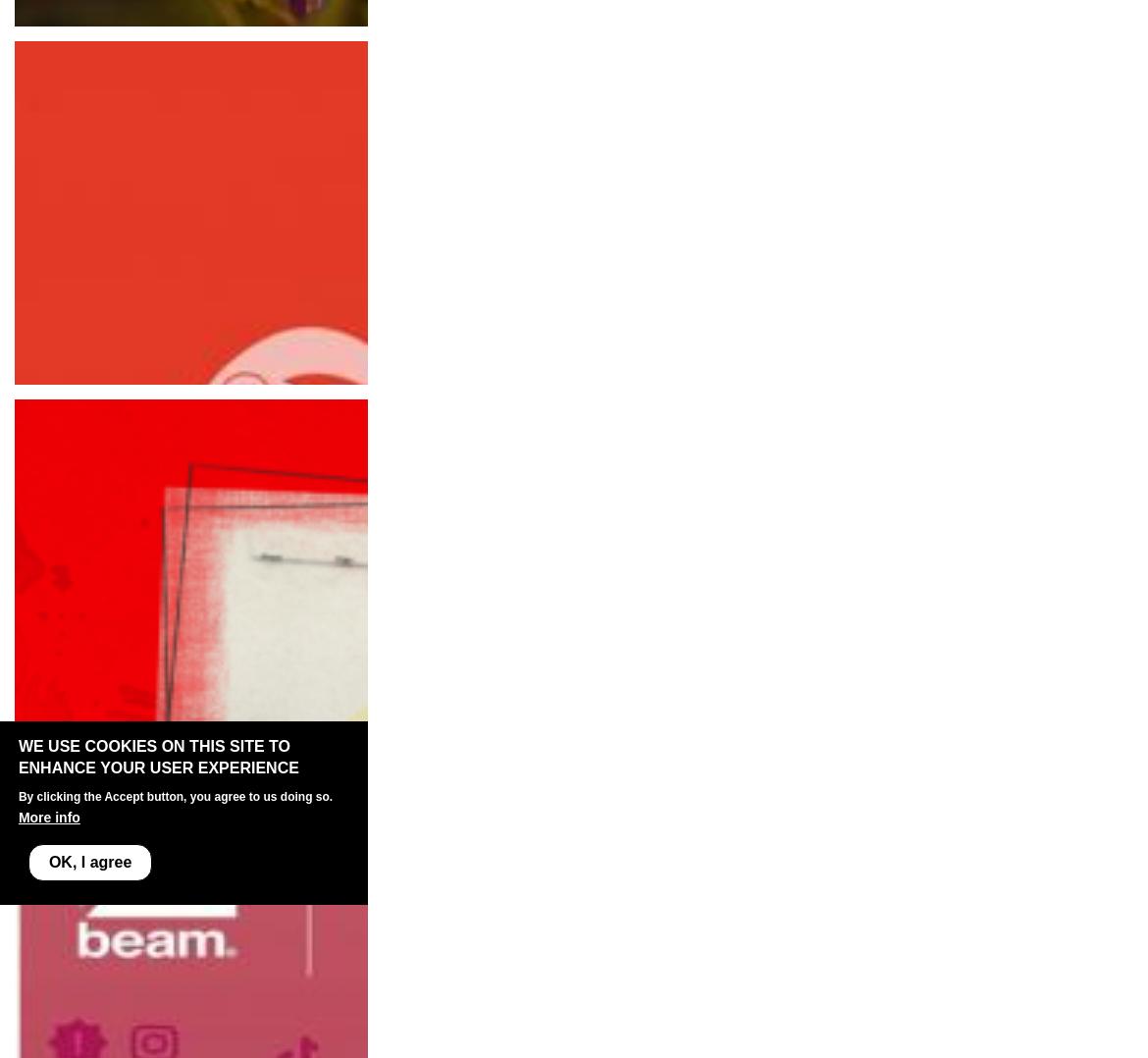  What do you see at coordinates (141, 46) in the screenshot?
I see `'Editorial / Opinion Piece / Blog Post'` at bounding box center [141, 46].